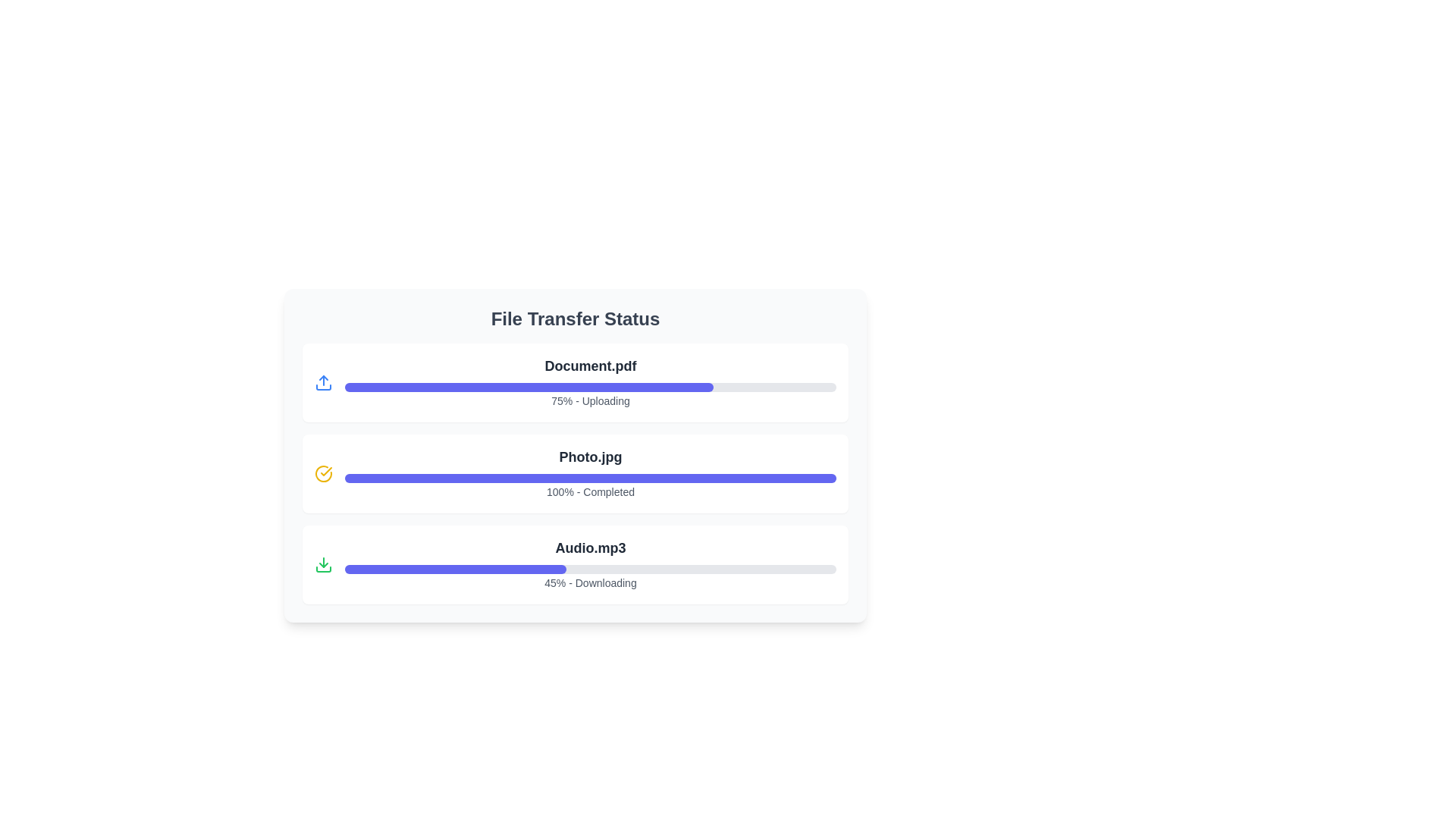 This screenshot has width=1456, height=819. What do you see at coordinates (589, 564) in the screenshot?
I see `the progress bar indicating the download progress for 'Audio.mp3', which is the third item in a vertically stacked list of file progress bars` at bounding box center [589, 564].